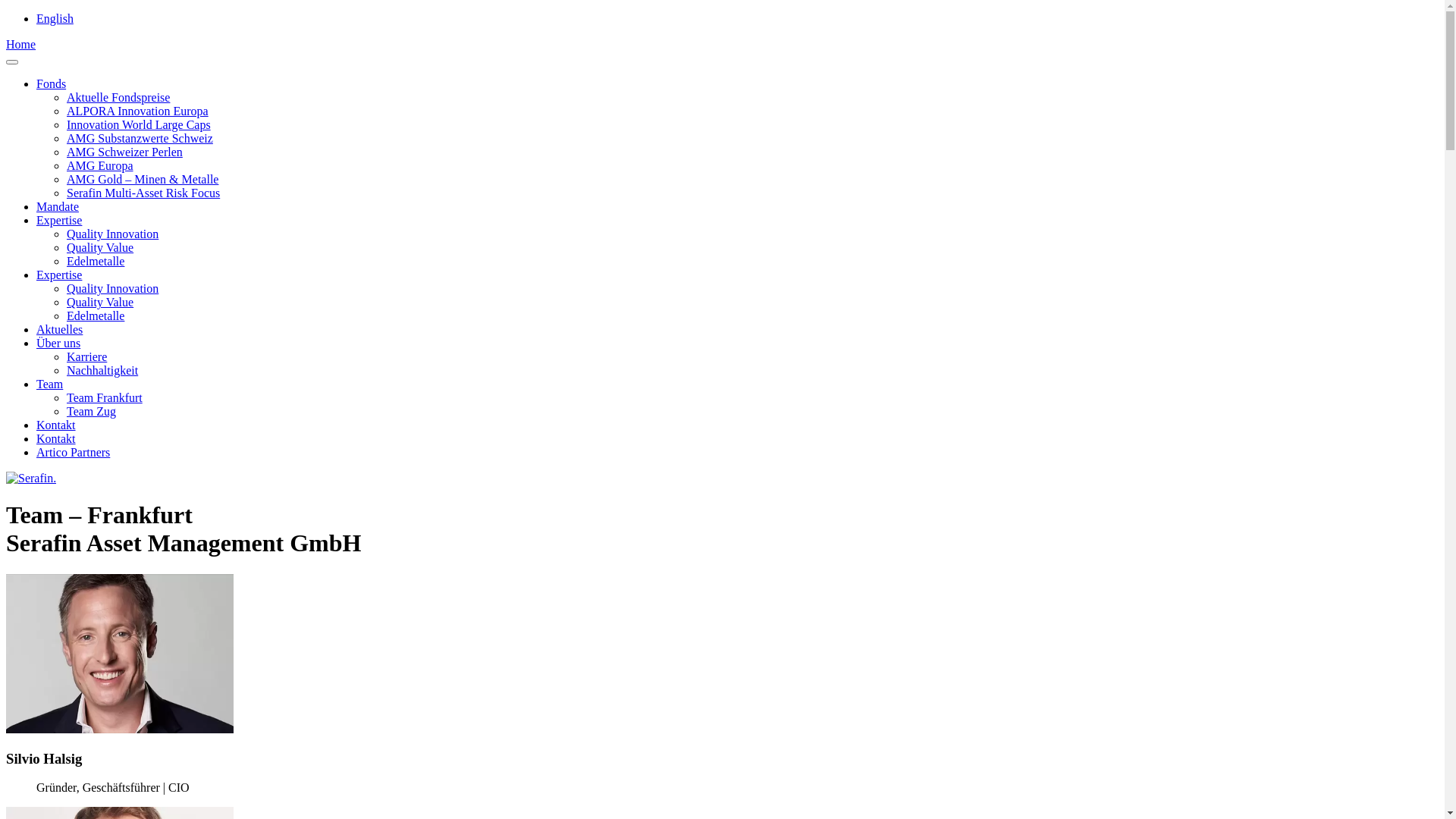 Image resolution: width=1456 pixels, height=819 pixels. Describe the element at coordinates (143, 192) in the screenshot. I see `'Serafin Multi-Asset Risk Focus'` at that location.